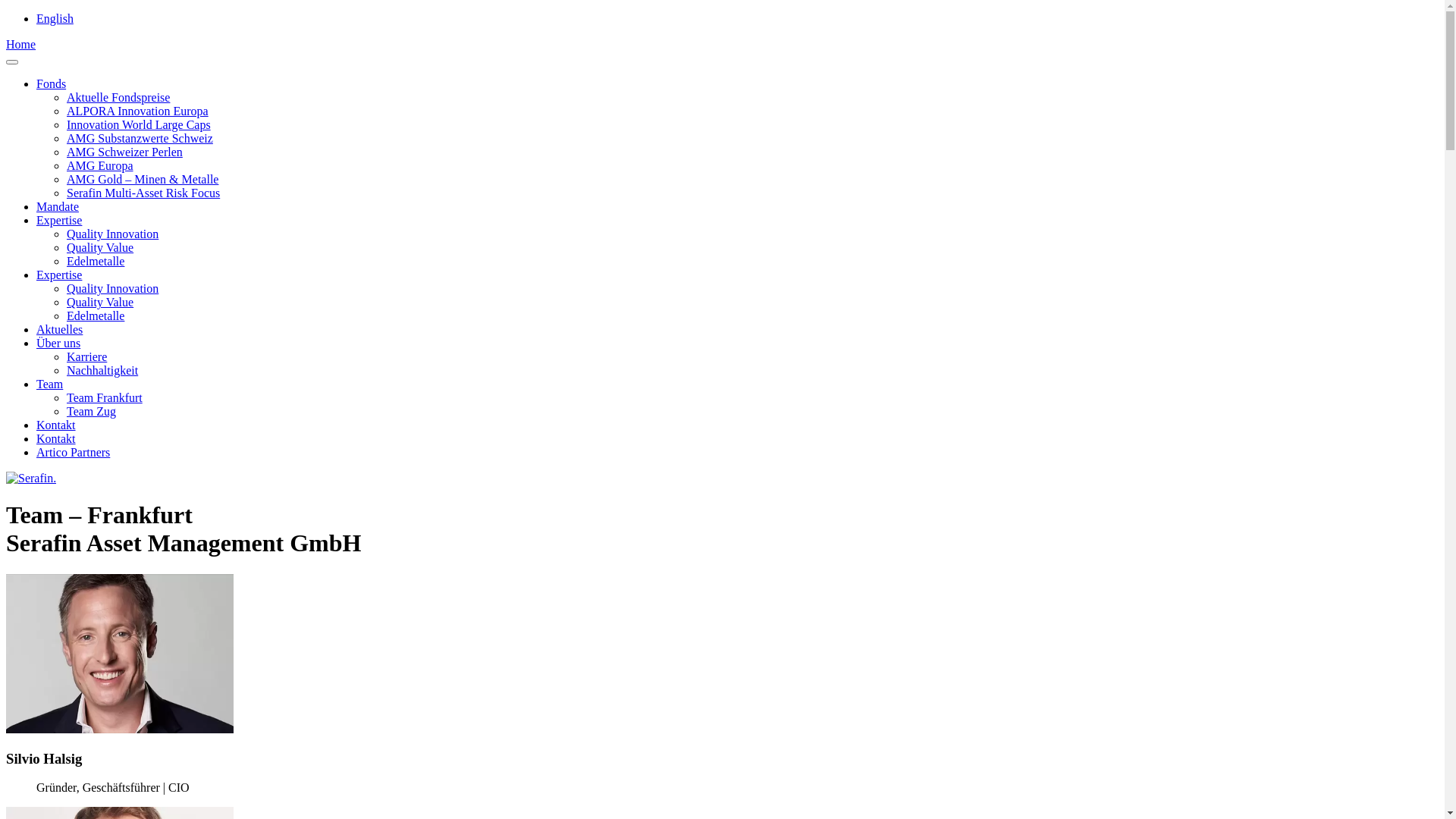 Image resolution: width=1456 pixels, height=819 pixels. Describe the element at coordinates (143, 192) in the screenshot. I see `'Serafin Multi-Asset Risk Focus'` at that location.